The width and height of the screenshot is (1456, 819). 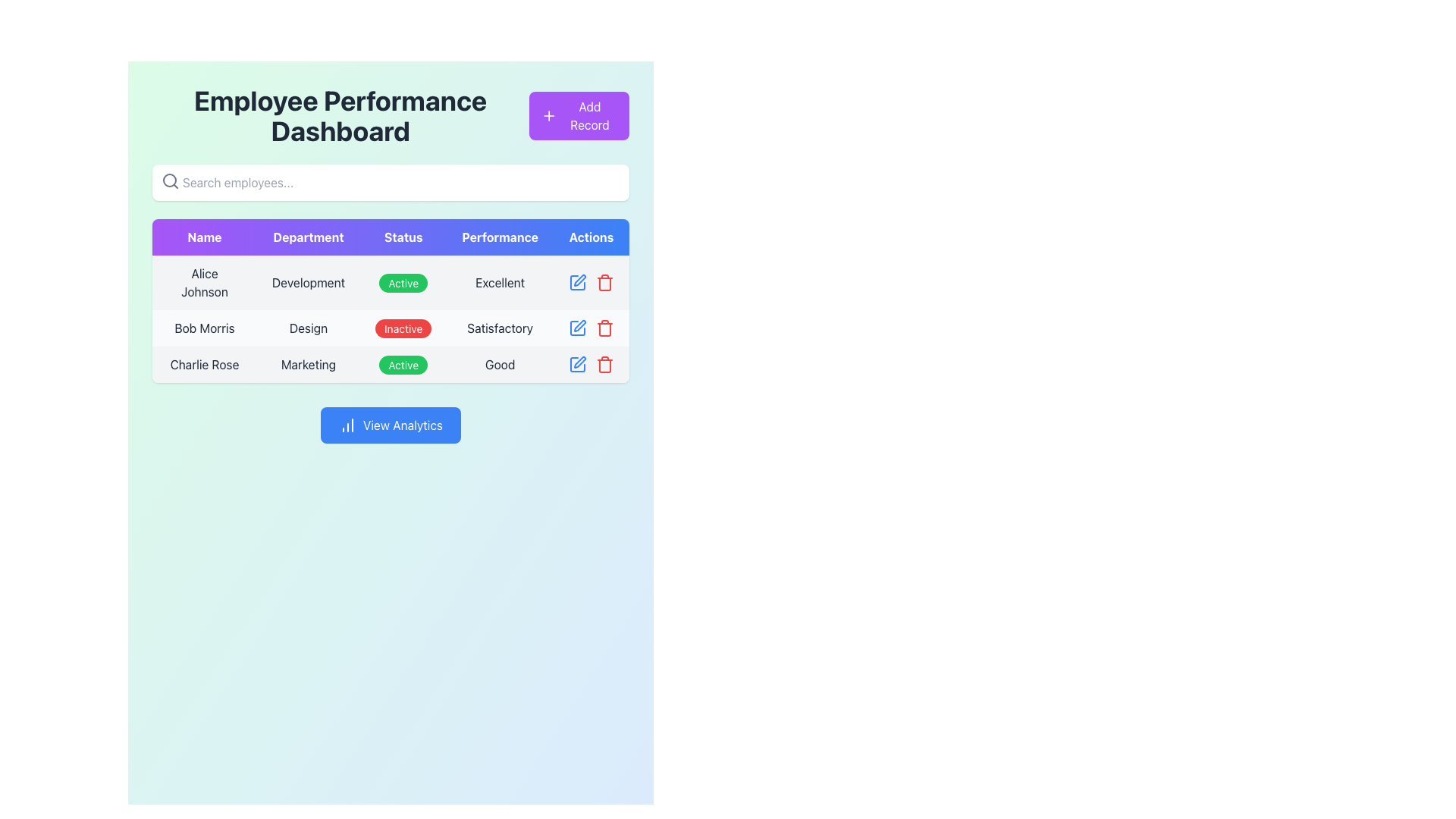 What do you see at coordinates (308, 327) in the screenshot?
I see `the text label displaying 'Design' in black font located in the second column of the second row of the table for 'Bob Morris'` at bounding box center [308, 327].